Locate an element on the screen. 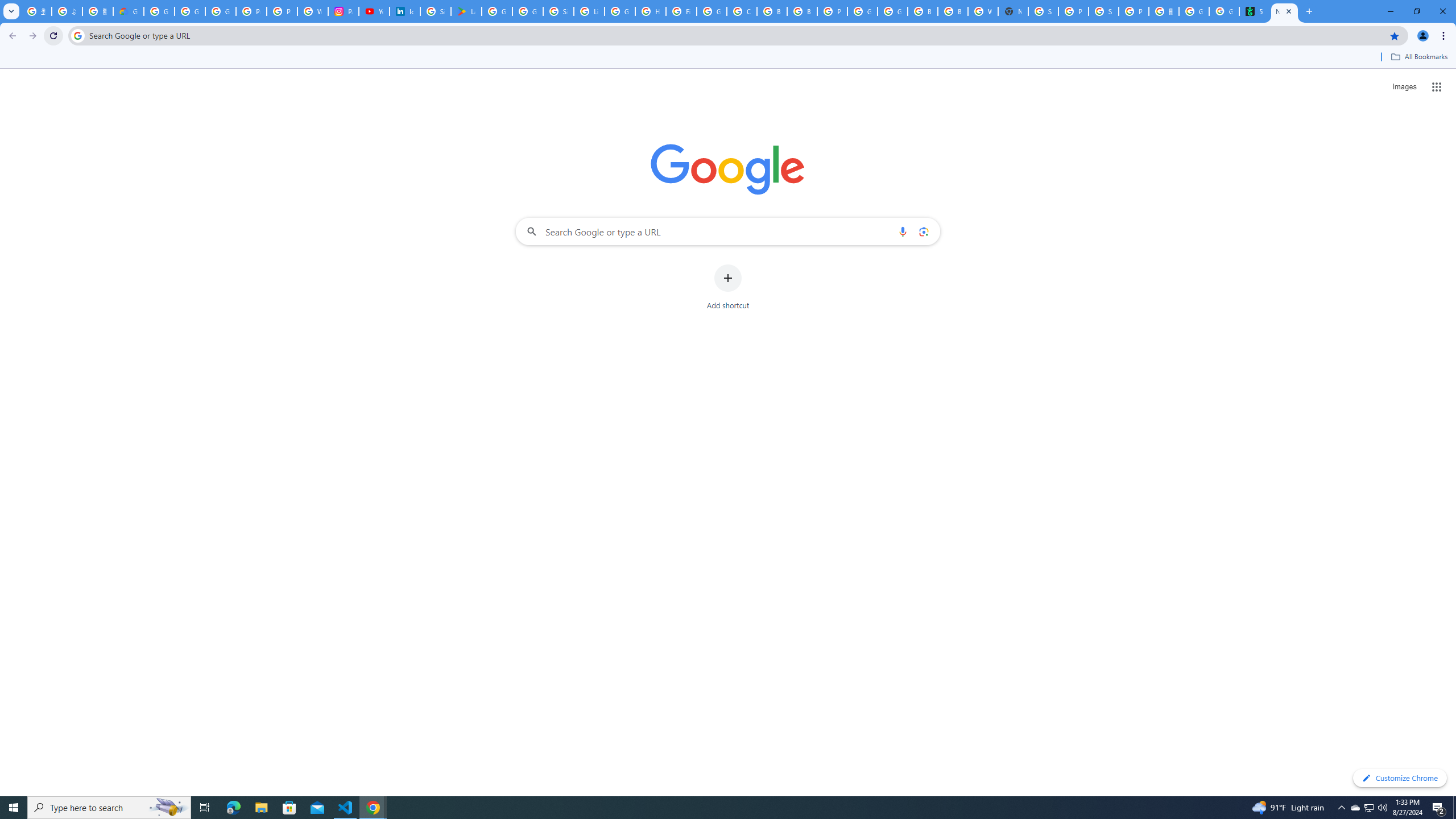 The width and height of the screenshot is (1456, 819). 'New Tab' is located at coordinates (1284, 11).